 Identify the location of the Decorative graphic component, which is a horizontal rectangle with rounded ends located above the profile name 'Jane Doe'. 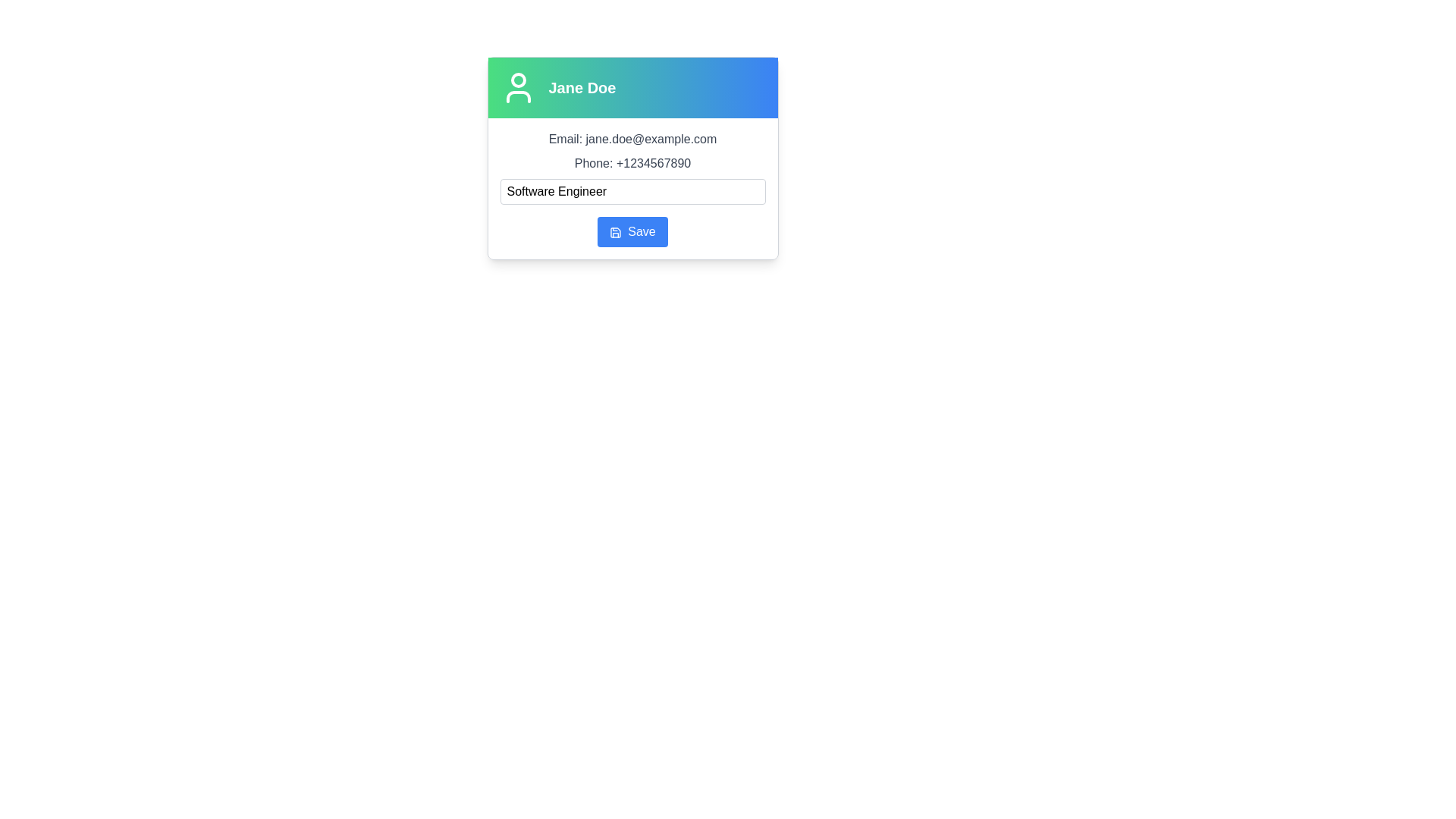
(518, 96).